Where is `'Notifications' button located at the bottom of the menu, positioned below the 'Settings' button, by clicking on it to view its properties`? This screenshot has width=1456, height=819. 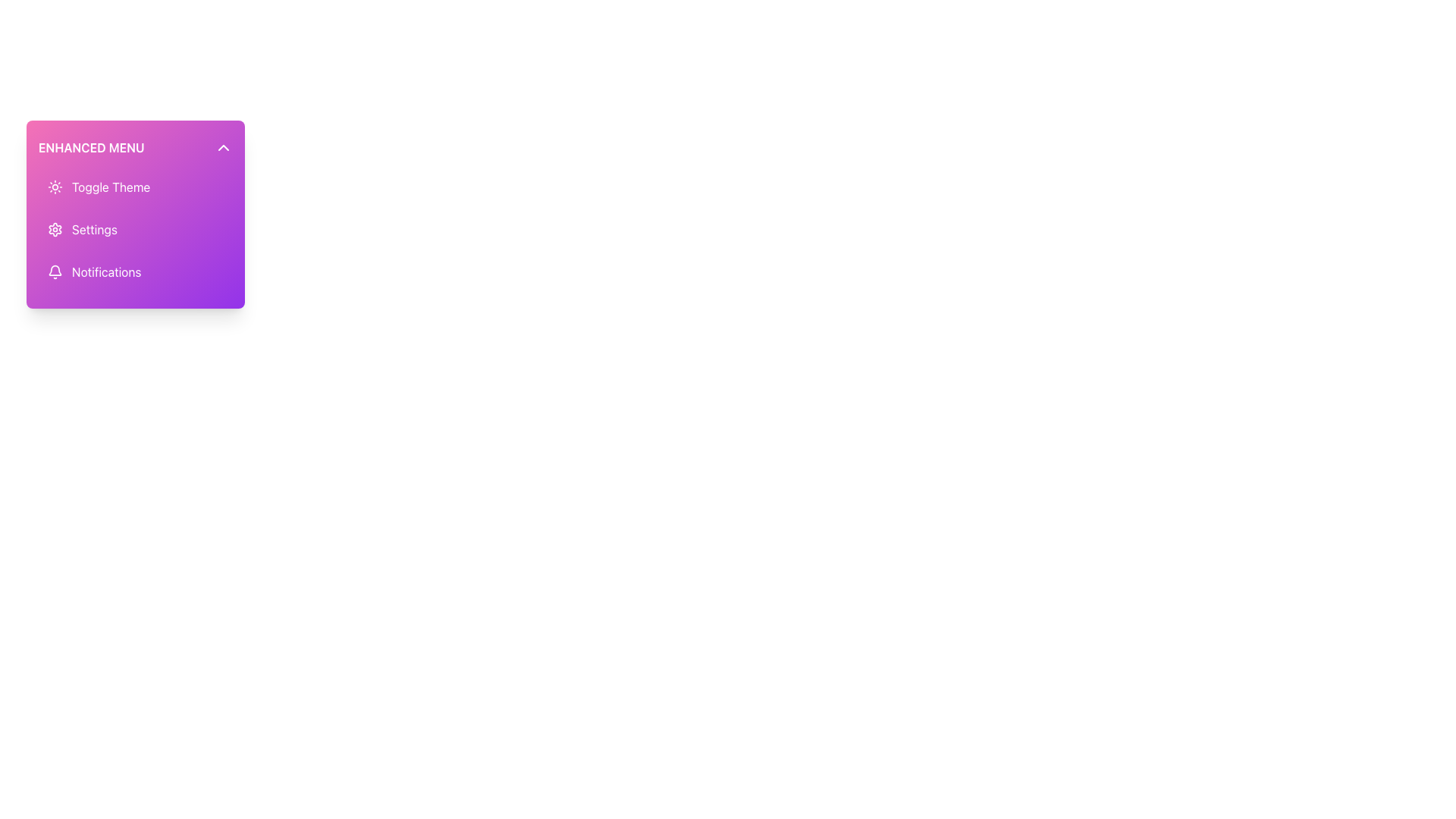
'Notifications' button located at the bottom of the menu, positioned below the 'Settings' button, by clicking on it to view its properties is located at coordinates (135, 271).